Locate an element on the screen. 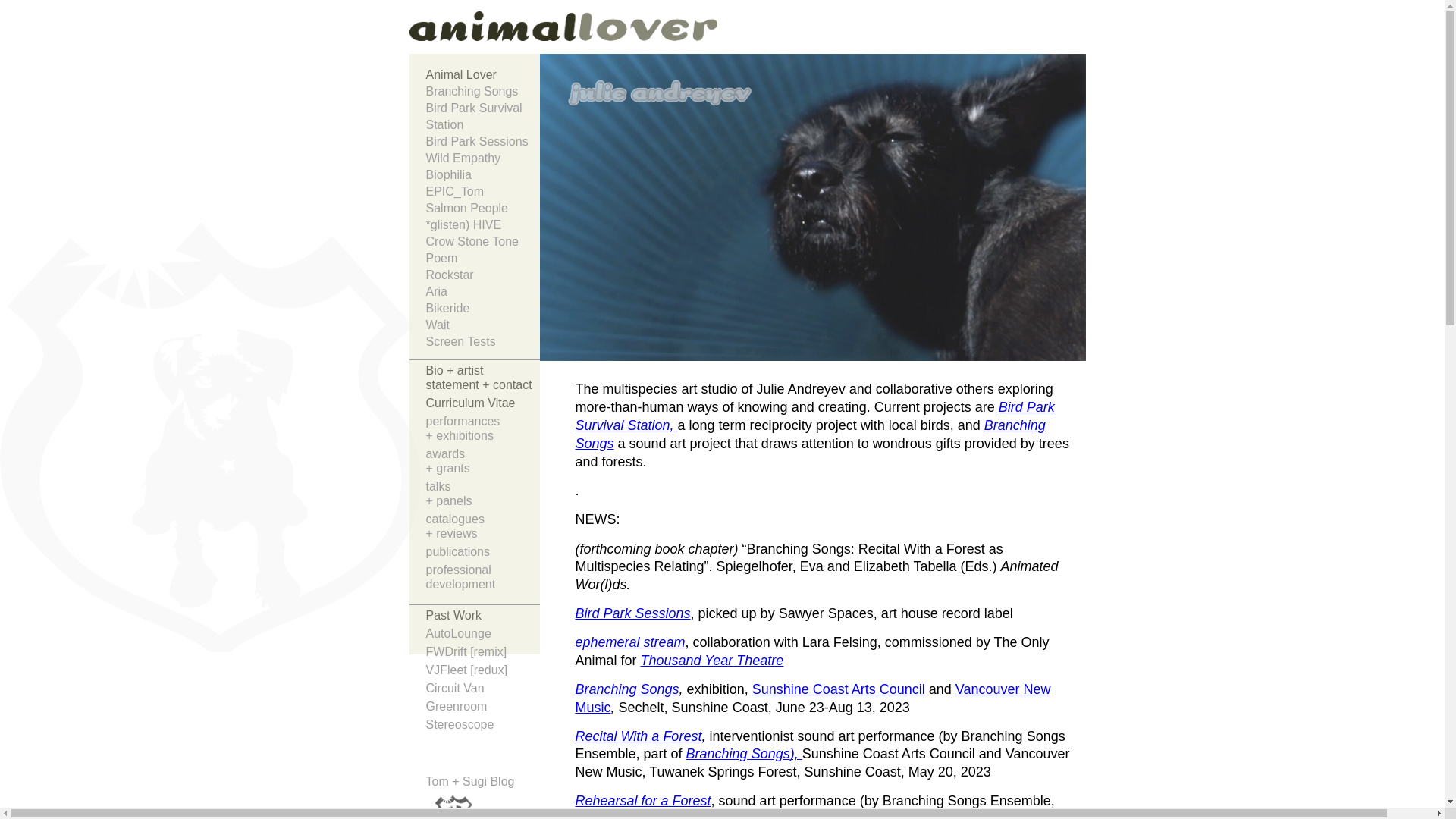  'Crow Stone Tone Poem' is located at coordinates (425, 249).